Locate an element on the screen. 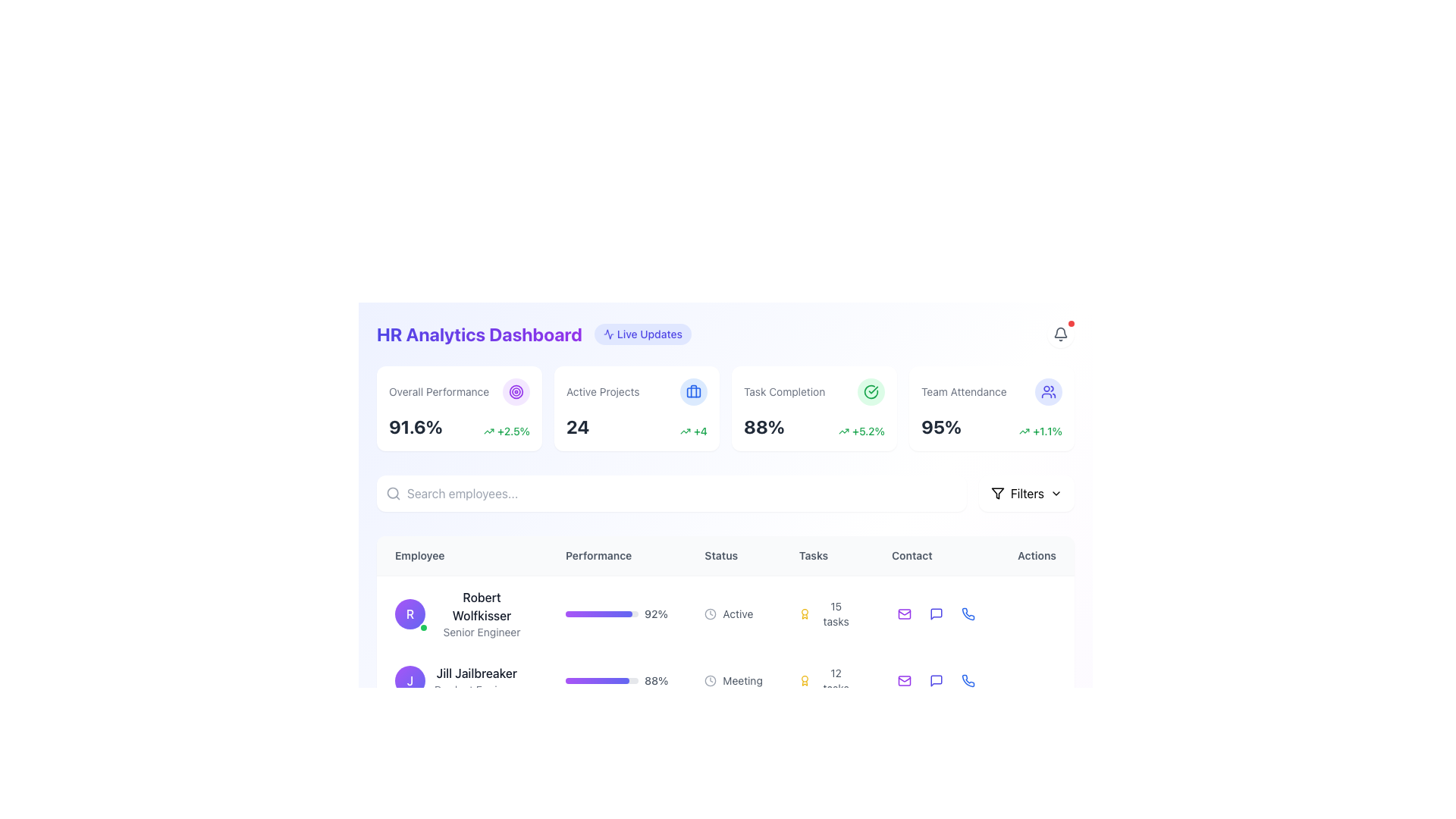 The image size is (1456, 819). the status text label in the second entry of the employee list is located at coordinates (733, 614).